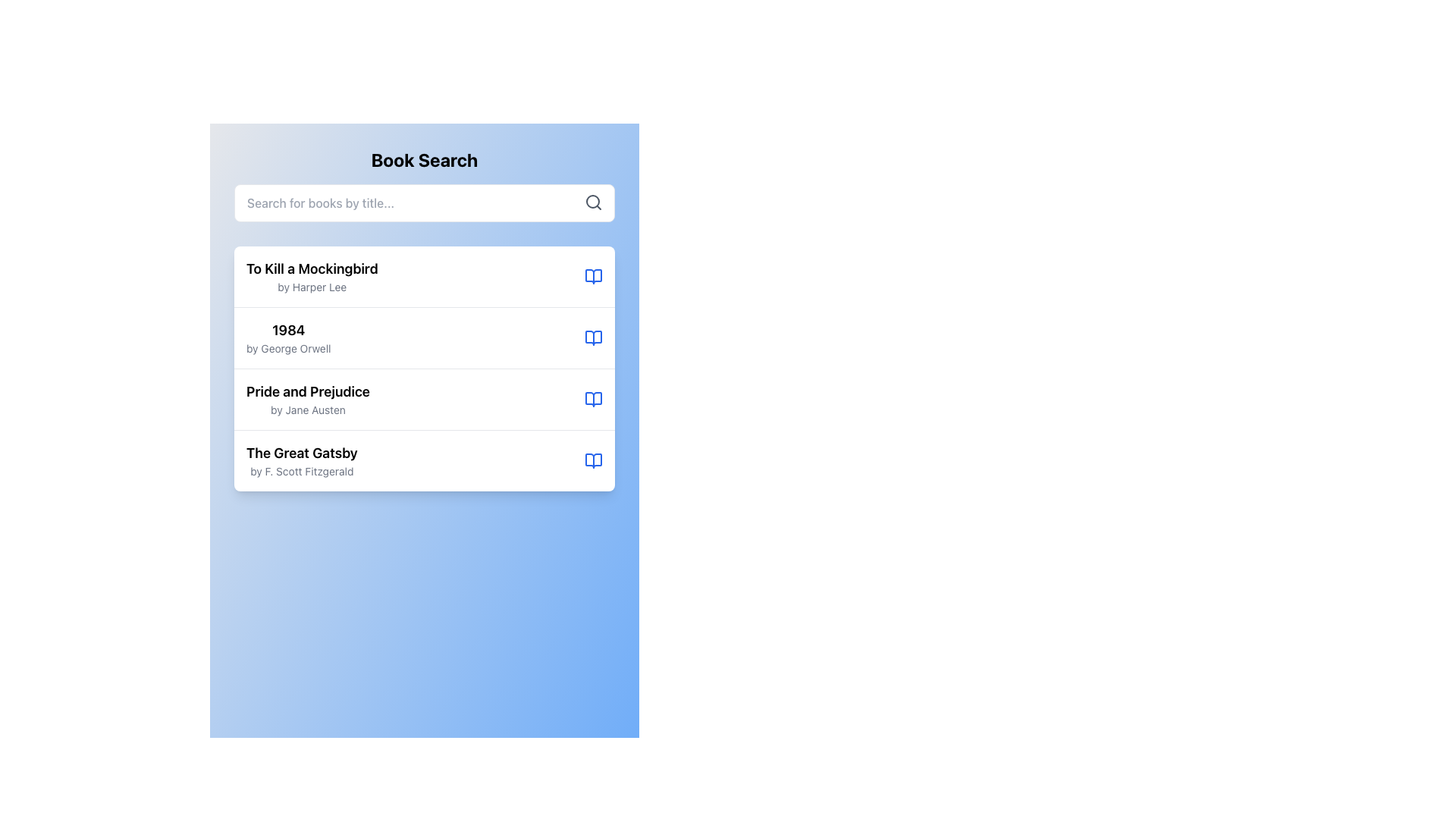  Describe the element at coordinates (425, 460) in the screenshot. I see `the fourth list item in the book list` at that location.